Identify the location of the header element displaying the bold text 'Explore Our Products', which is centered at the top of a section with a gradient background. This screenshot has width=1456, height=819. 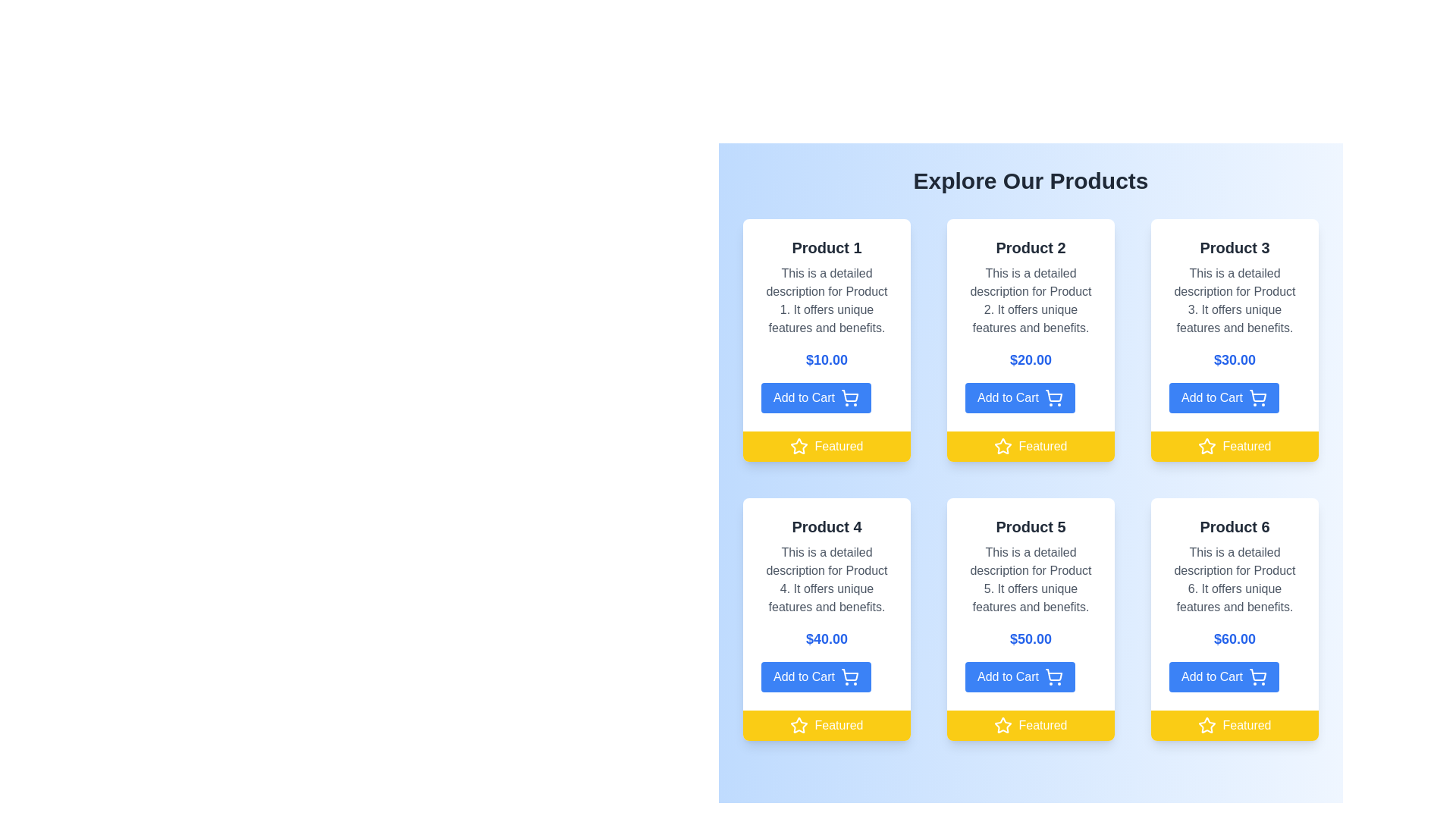
(1031, 180).